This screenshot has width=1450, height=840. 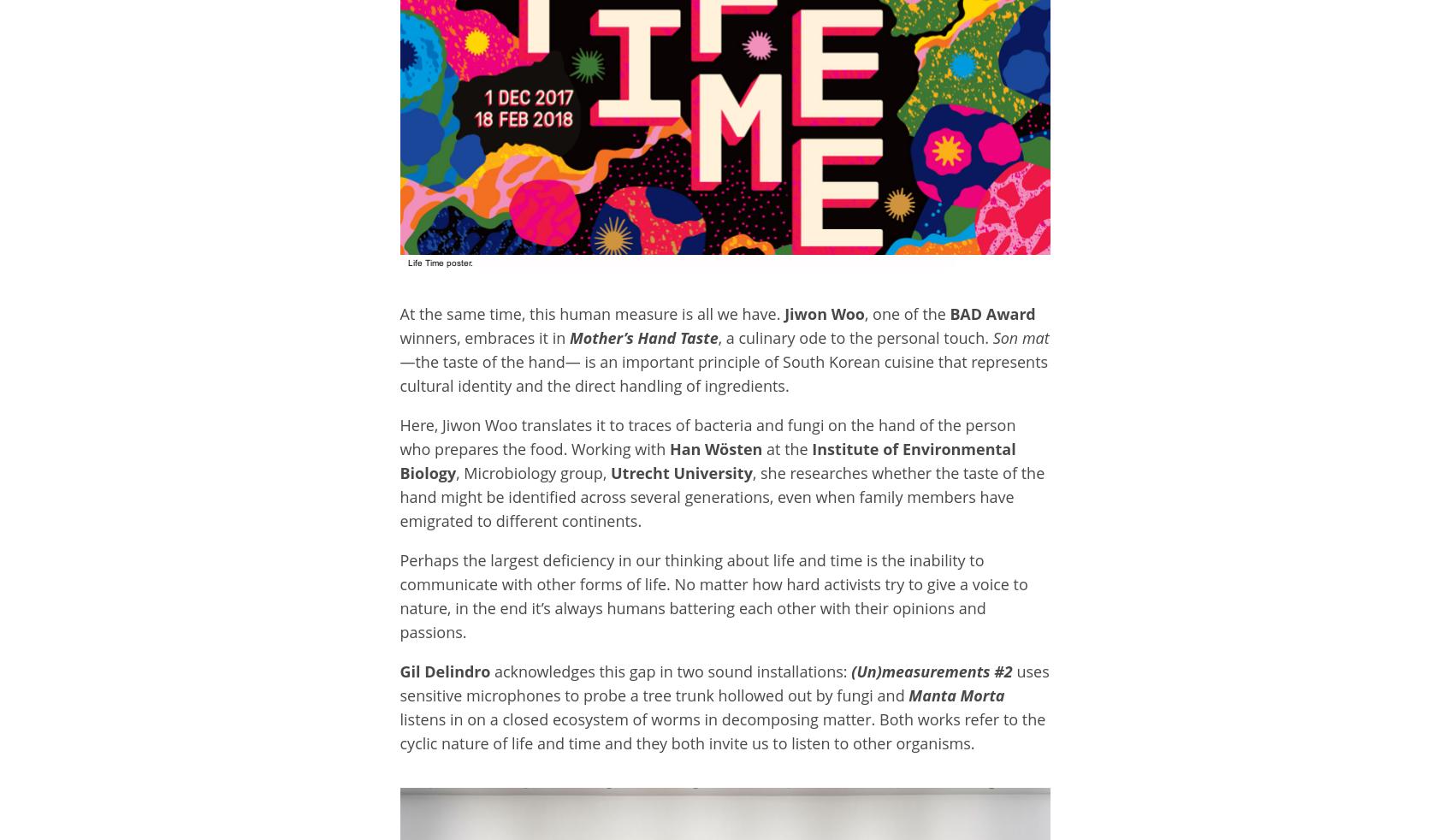 What do you see at coordinates (398, 595) in the screenshot?
I see `'Perhaps the largest deficiency in our thinking about life and time is the inability to communicate with other forms of life. No matter how hard activists try to give a voice to nature, in the end it’s always humans battering each other with their opinions and passions.'` at bounding box center [398, 595].